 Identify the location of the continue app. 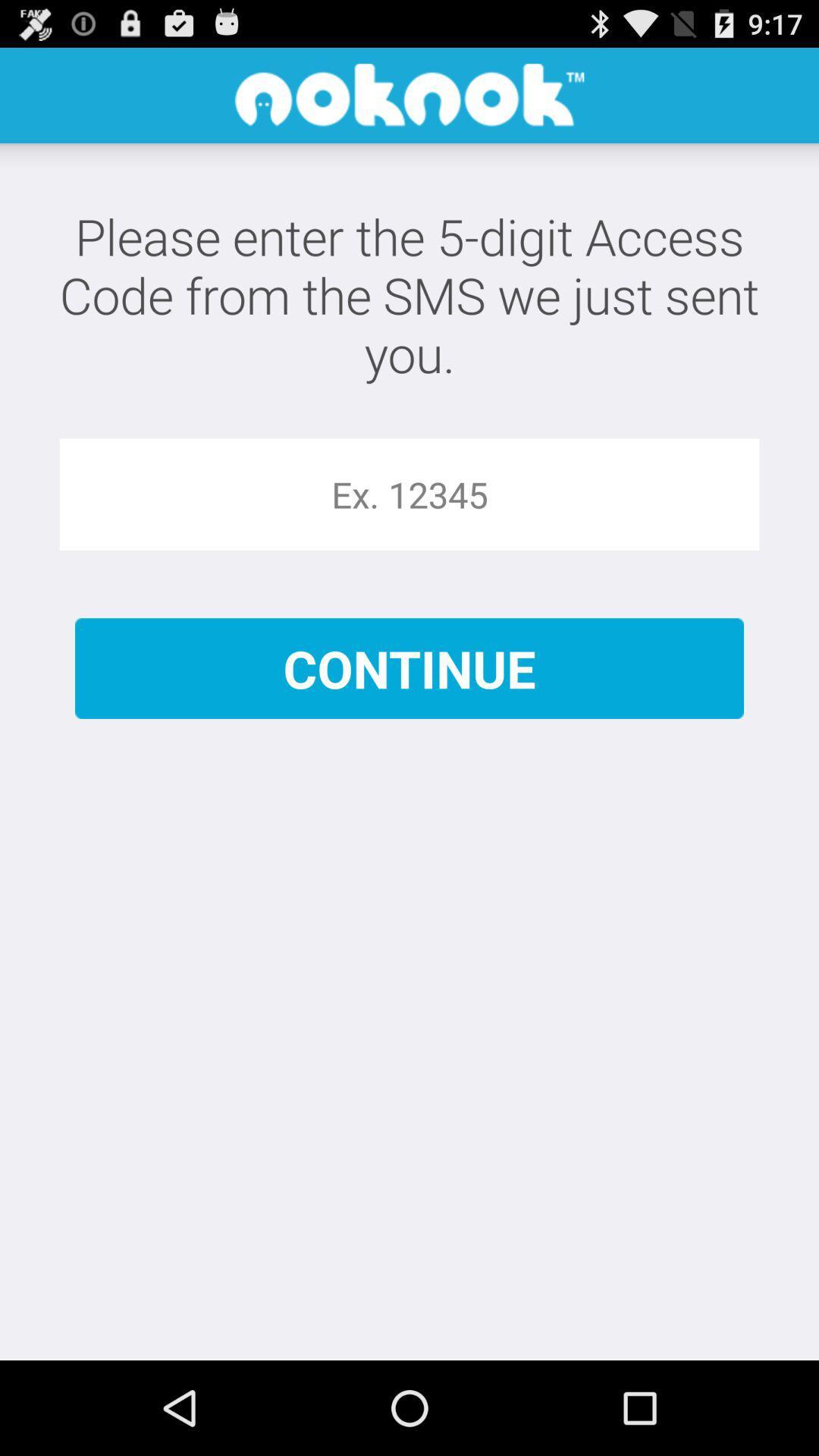
(409, 667).